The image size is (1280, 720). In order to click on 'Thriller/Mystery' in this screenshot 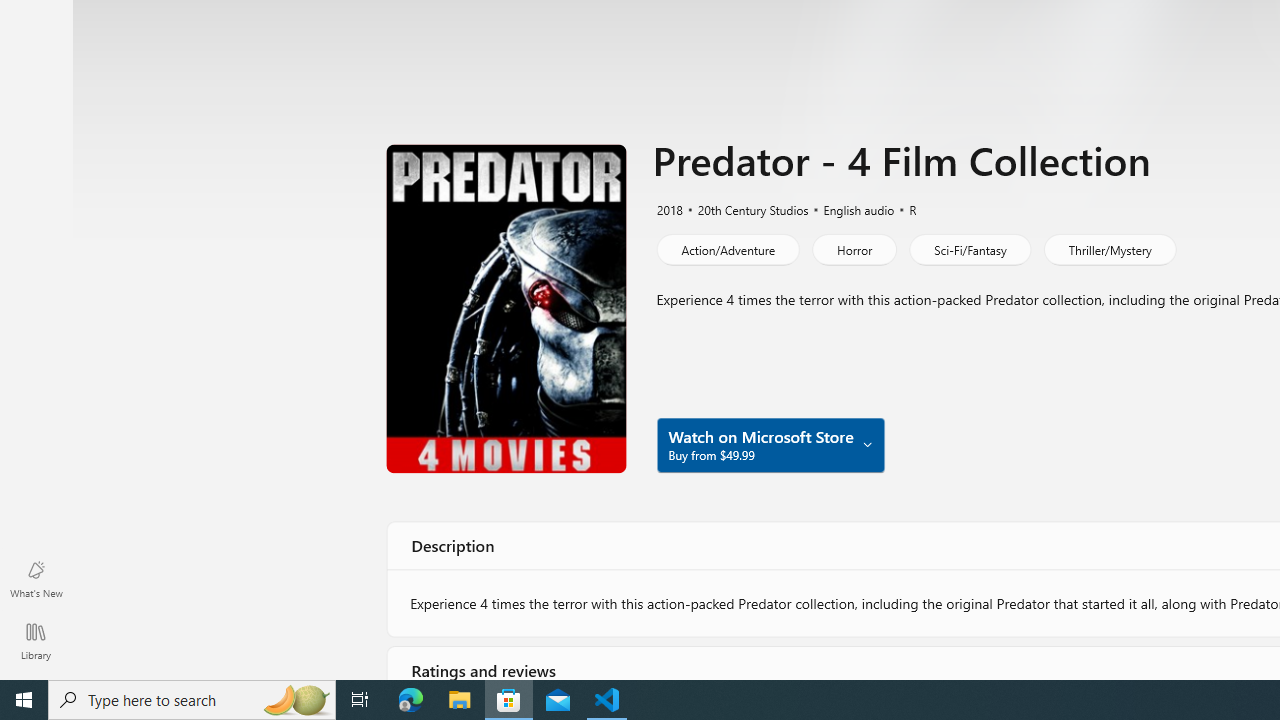, I will do `click(1108, 248)`.